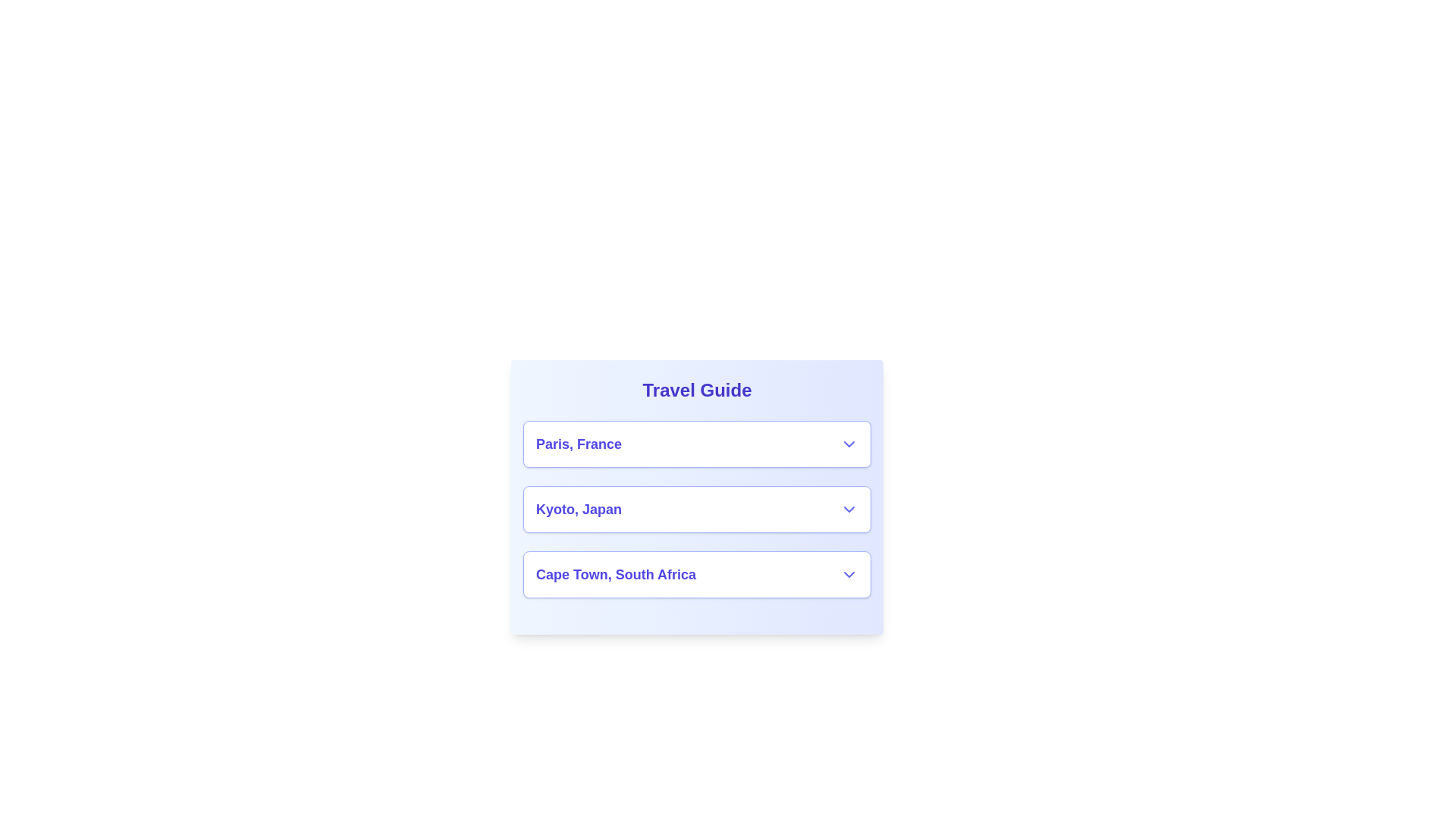 This screenshot has width=1456, height=819. I want to click on the downward-pointing chevron-shaped indigo icon located to the far right of 'Kyoto, Japan', so click(848, 509).